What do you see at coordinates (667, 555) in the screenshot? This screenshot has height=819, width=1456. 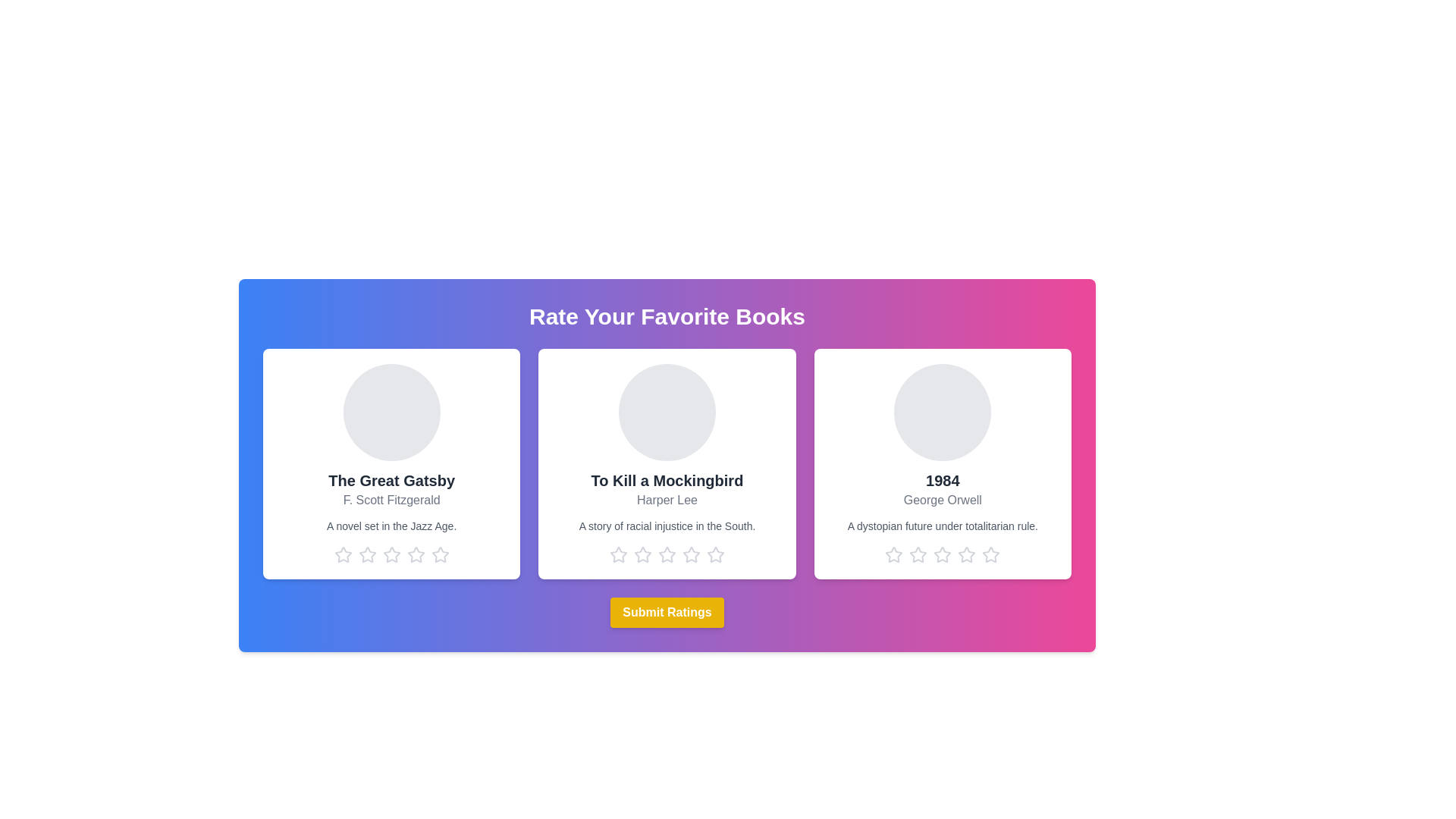 I see `the star corresponding to the rating 3 for the book titled To Kill a Mockingbird` at bounding box center [667, 555].